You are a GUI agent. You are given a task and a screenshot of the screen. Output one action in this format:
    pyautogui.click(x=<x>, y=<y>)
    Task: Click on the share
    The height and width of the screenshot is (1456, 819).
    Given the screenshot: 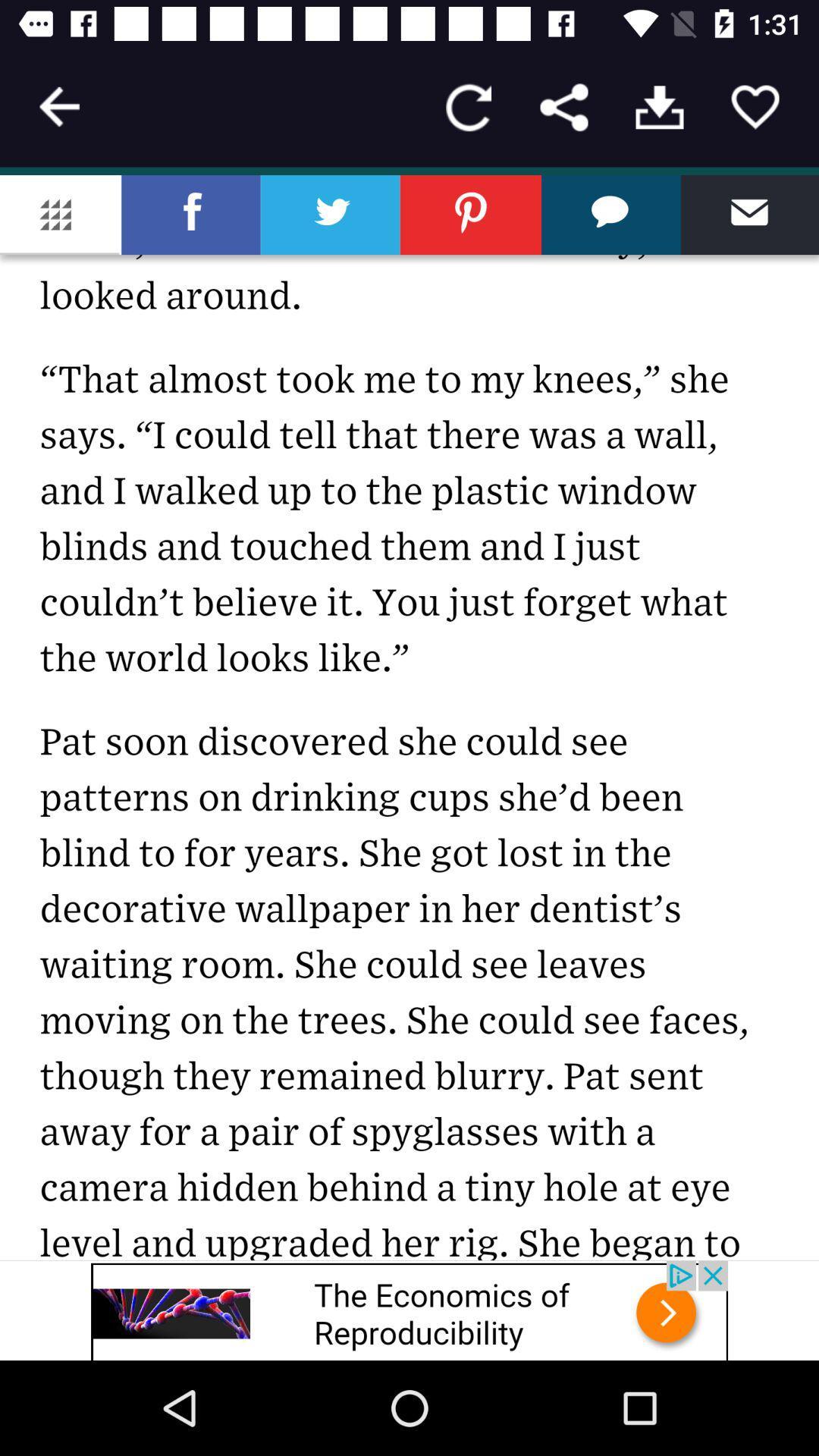 What is the action you would take?
    pyautogui.click(x=564, y=106)
    